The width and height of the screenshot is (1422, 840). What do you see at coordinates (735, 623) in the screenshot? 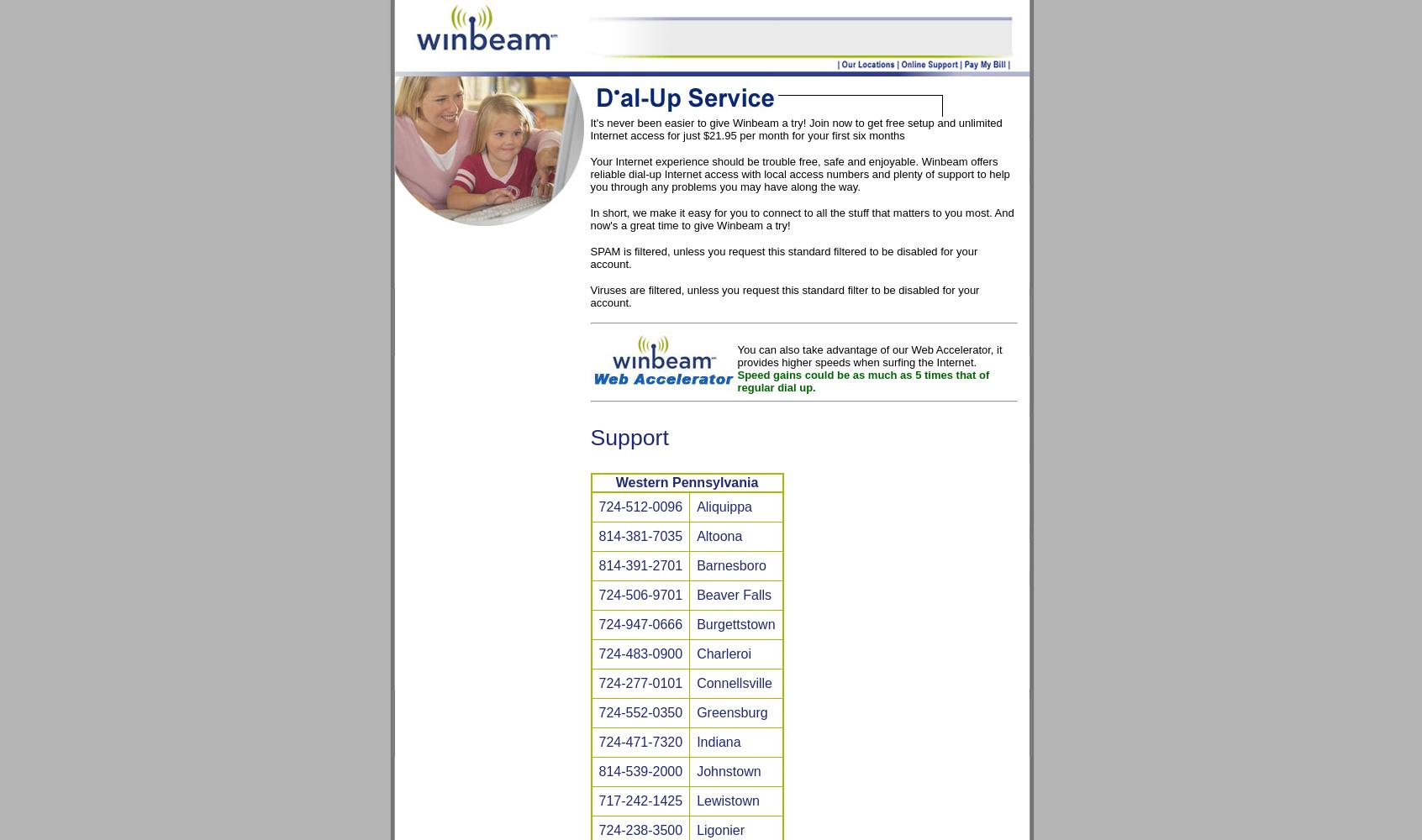
I see `'Burgettstown'` at bounding box center [735, 623].